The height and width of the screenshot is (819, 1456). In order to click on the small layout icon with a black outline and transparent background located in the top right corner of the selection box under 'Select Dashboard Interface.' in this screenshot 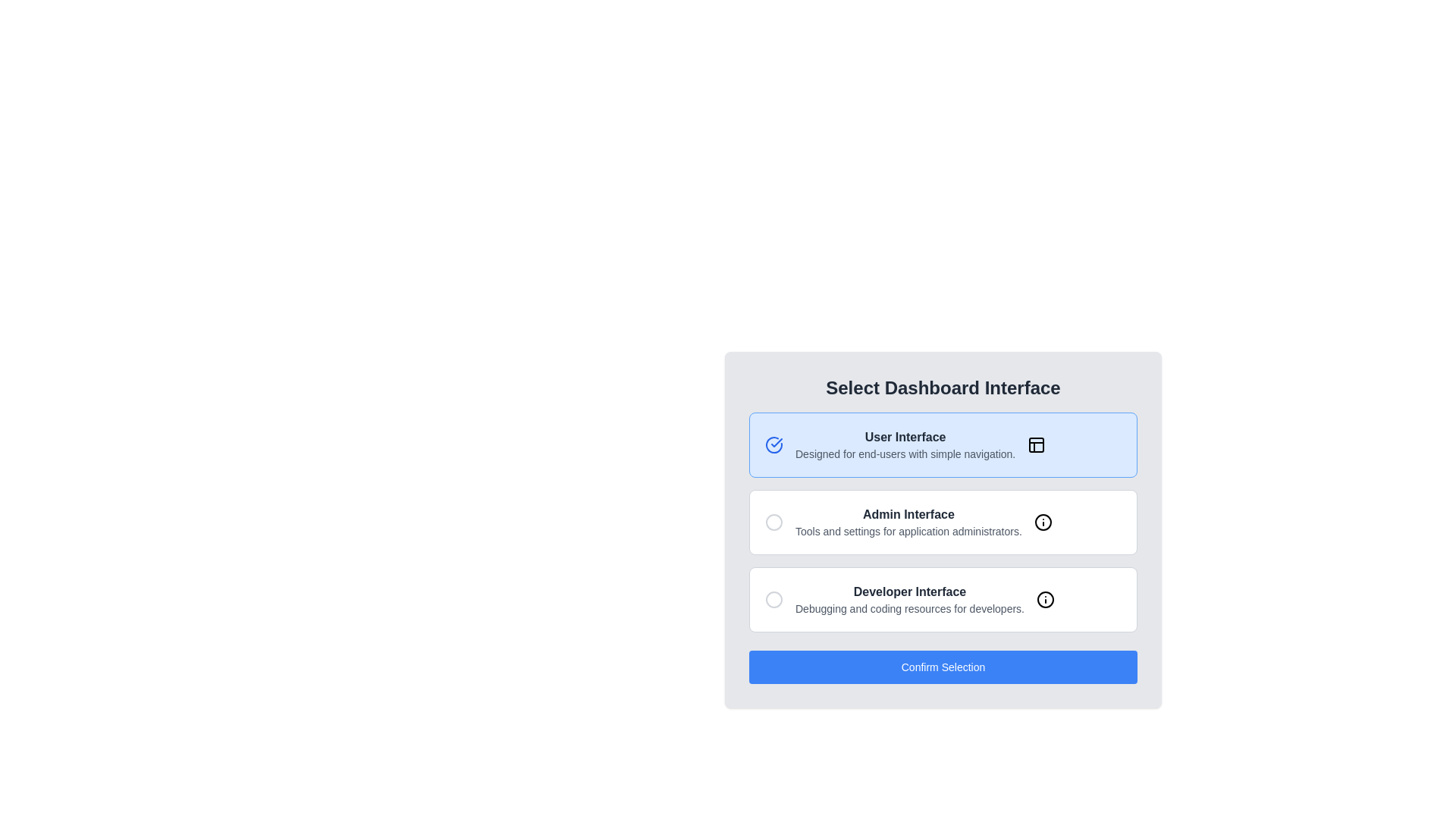, I will do `click(1036, 444)`.